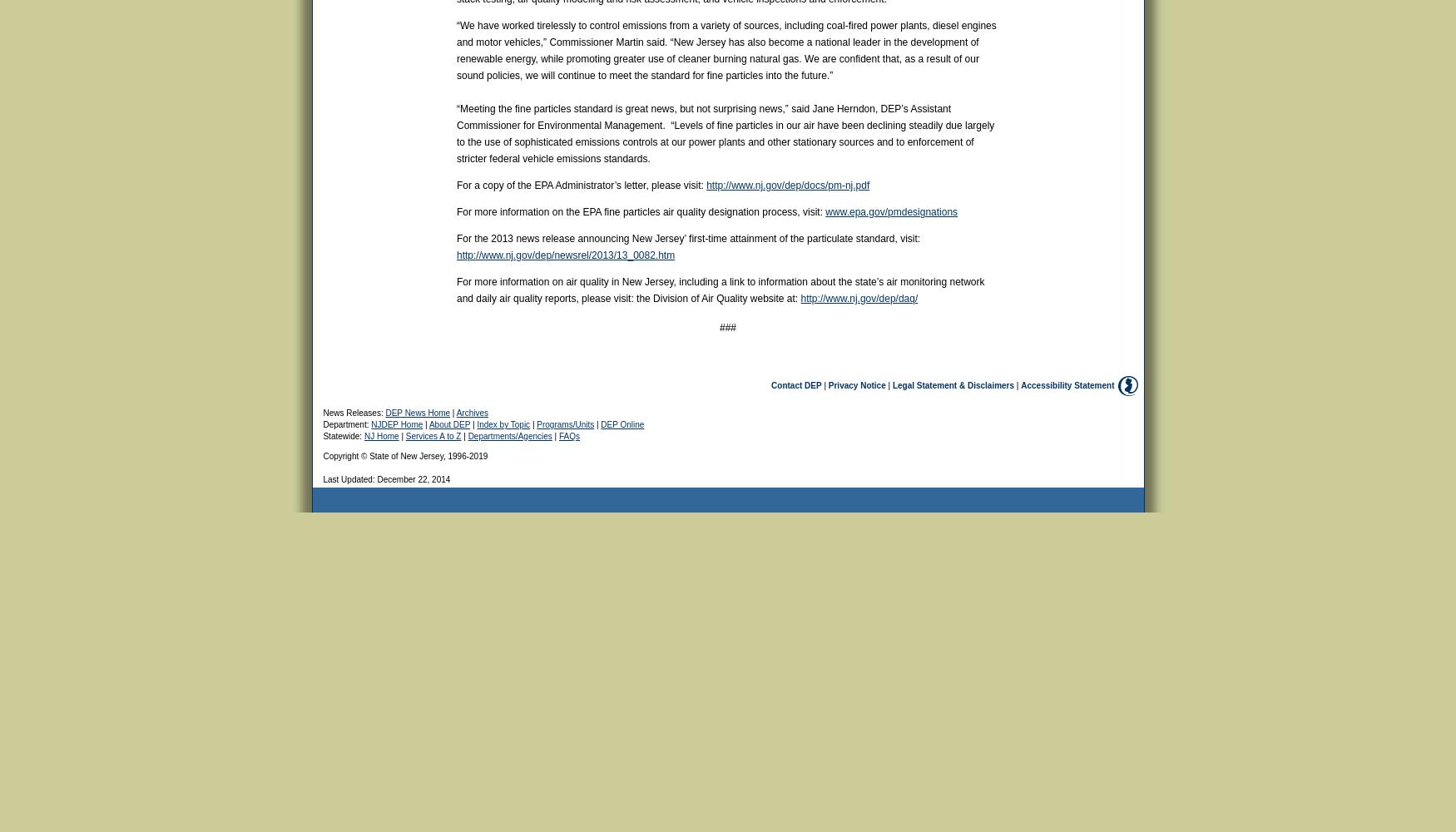 The image size is (1456, 832). Describe the element at coordinates (321, 436) in the screenshot. I see `'Statewide:'` at that location.